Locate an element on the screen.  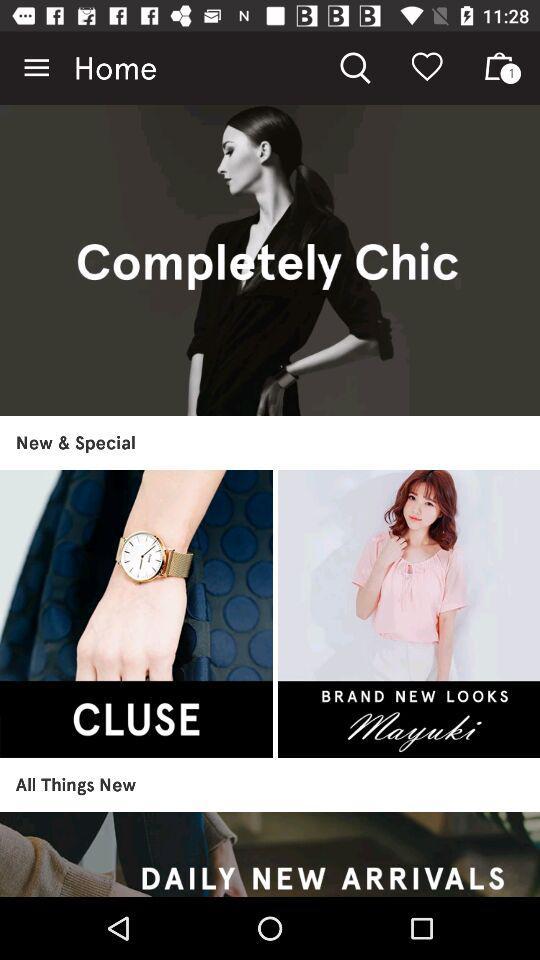
icon next to home item is located at coordinates (36, 68).